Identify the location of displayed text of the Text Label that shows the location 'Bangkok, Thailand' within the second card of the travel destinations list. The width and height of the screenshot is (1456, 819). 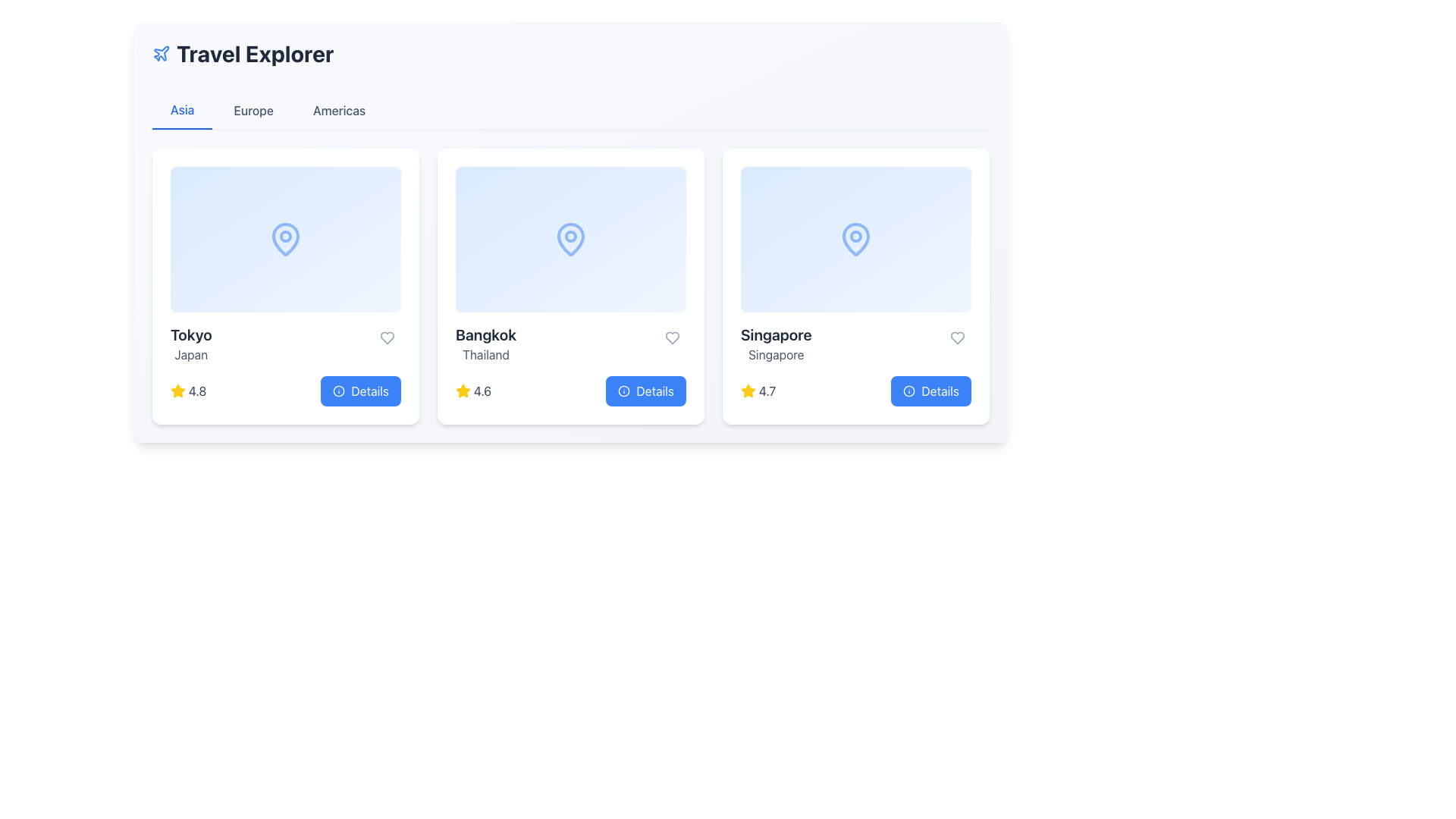
(486, 344).